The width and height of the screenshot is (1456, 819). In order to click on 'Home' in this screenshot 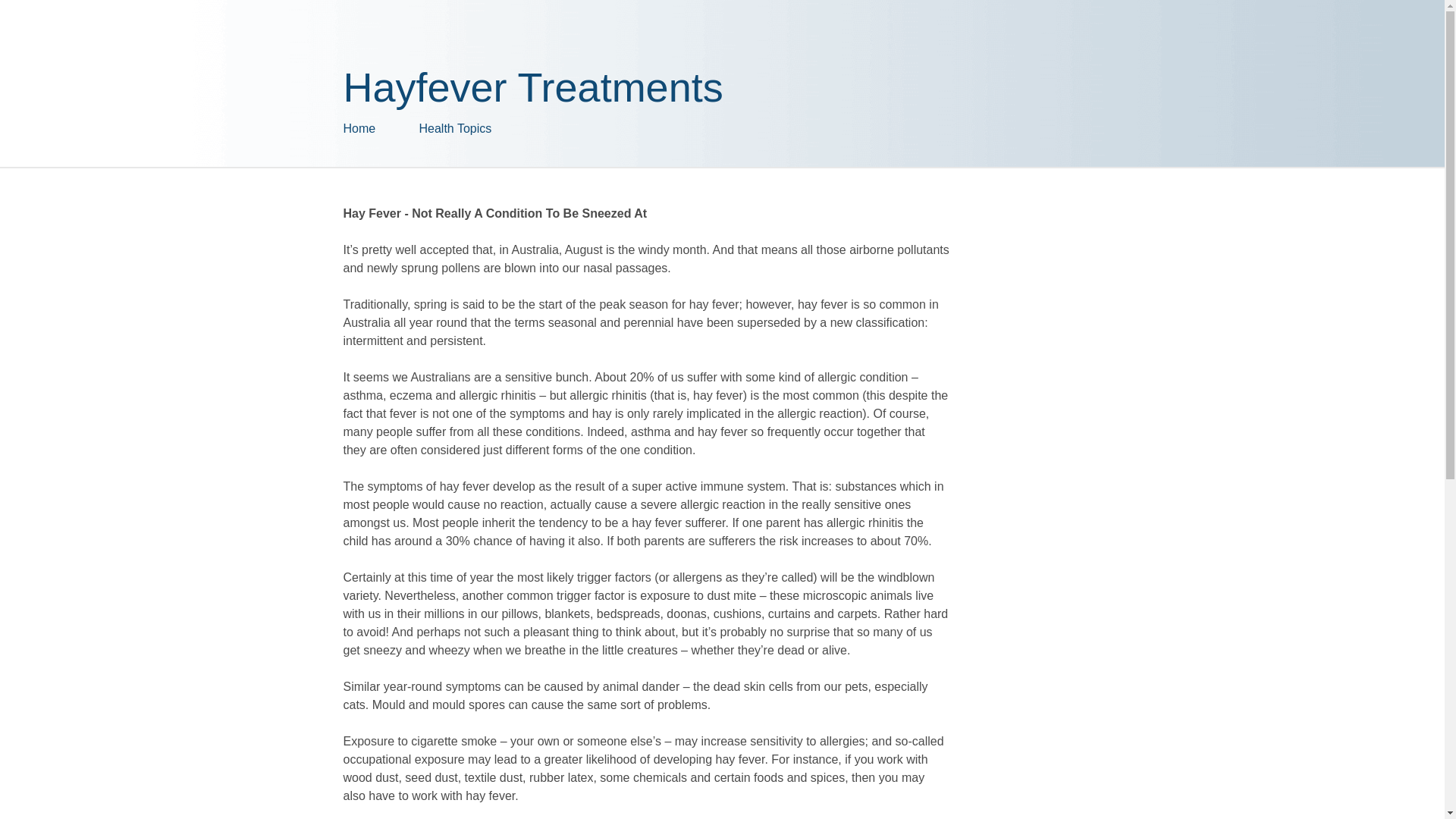, I will do `click(381, 127)`.